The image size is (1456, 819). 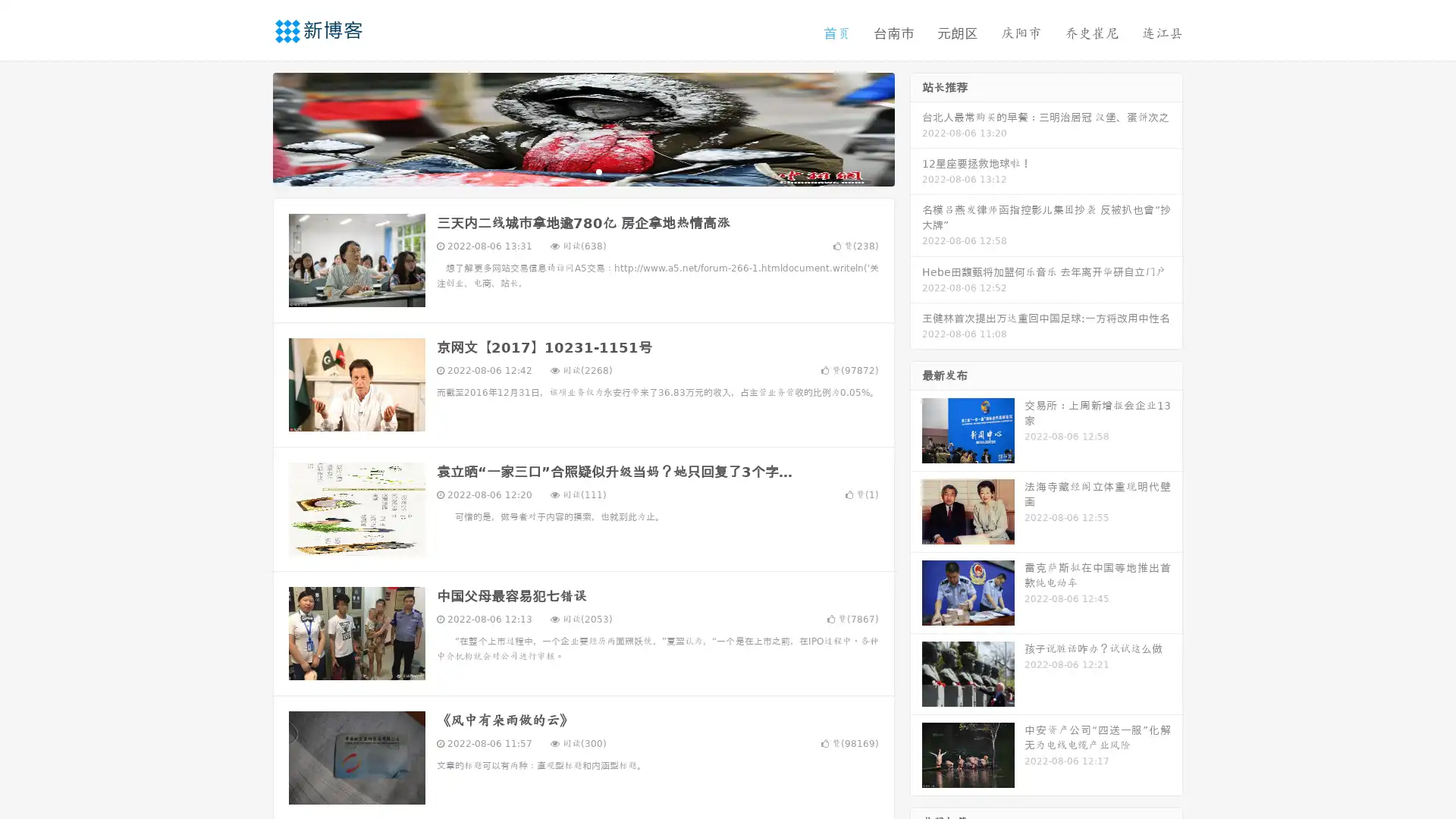 What do you see at coordinates (916, 127) in the screenshot?
I see `Next slide` at bounding box center [916, 127].